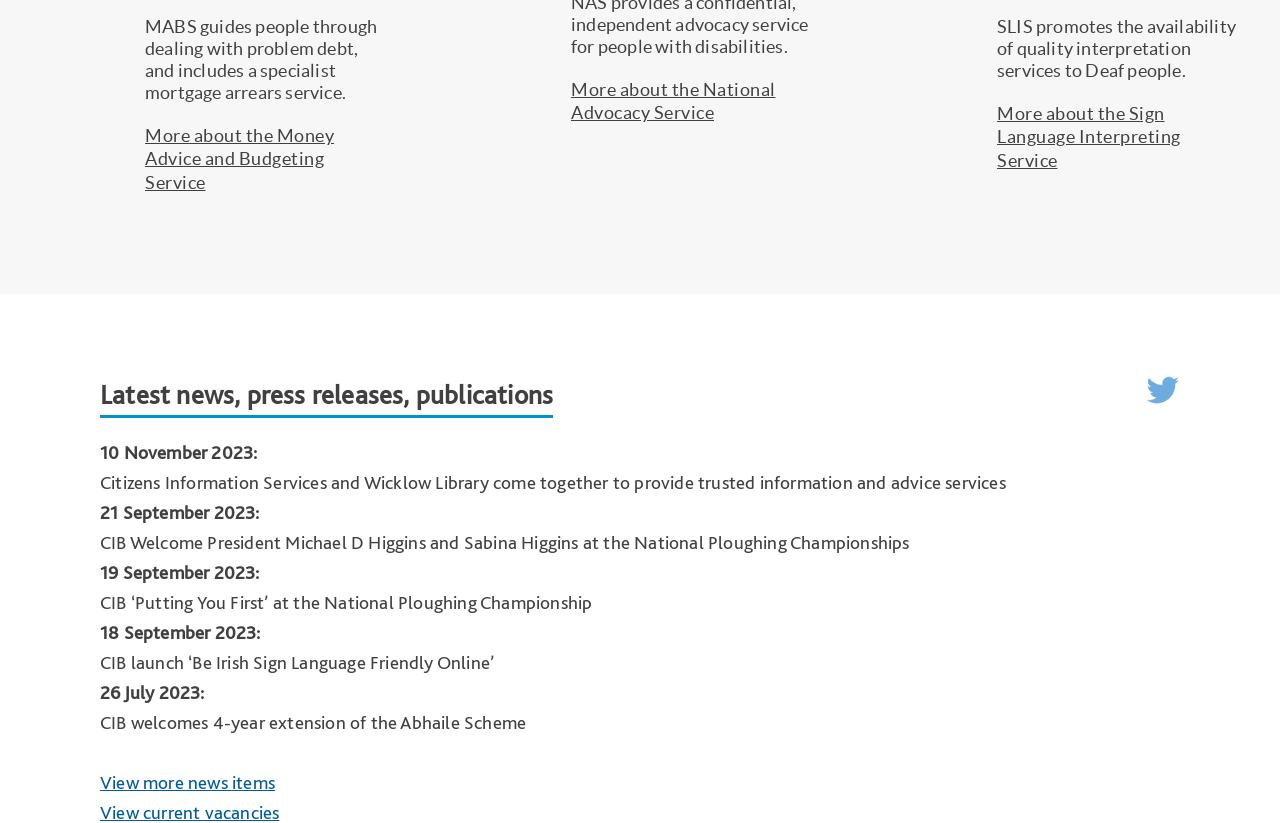 This screenshot has width=1280, height=823. What do you see at coordinates (311, 721) in the screenshot?
I see `'CIB welcomes 4-year extension of the Abhaile Scheme'` at bounding box center [311, 721].